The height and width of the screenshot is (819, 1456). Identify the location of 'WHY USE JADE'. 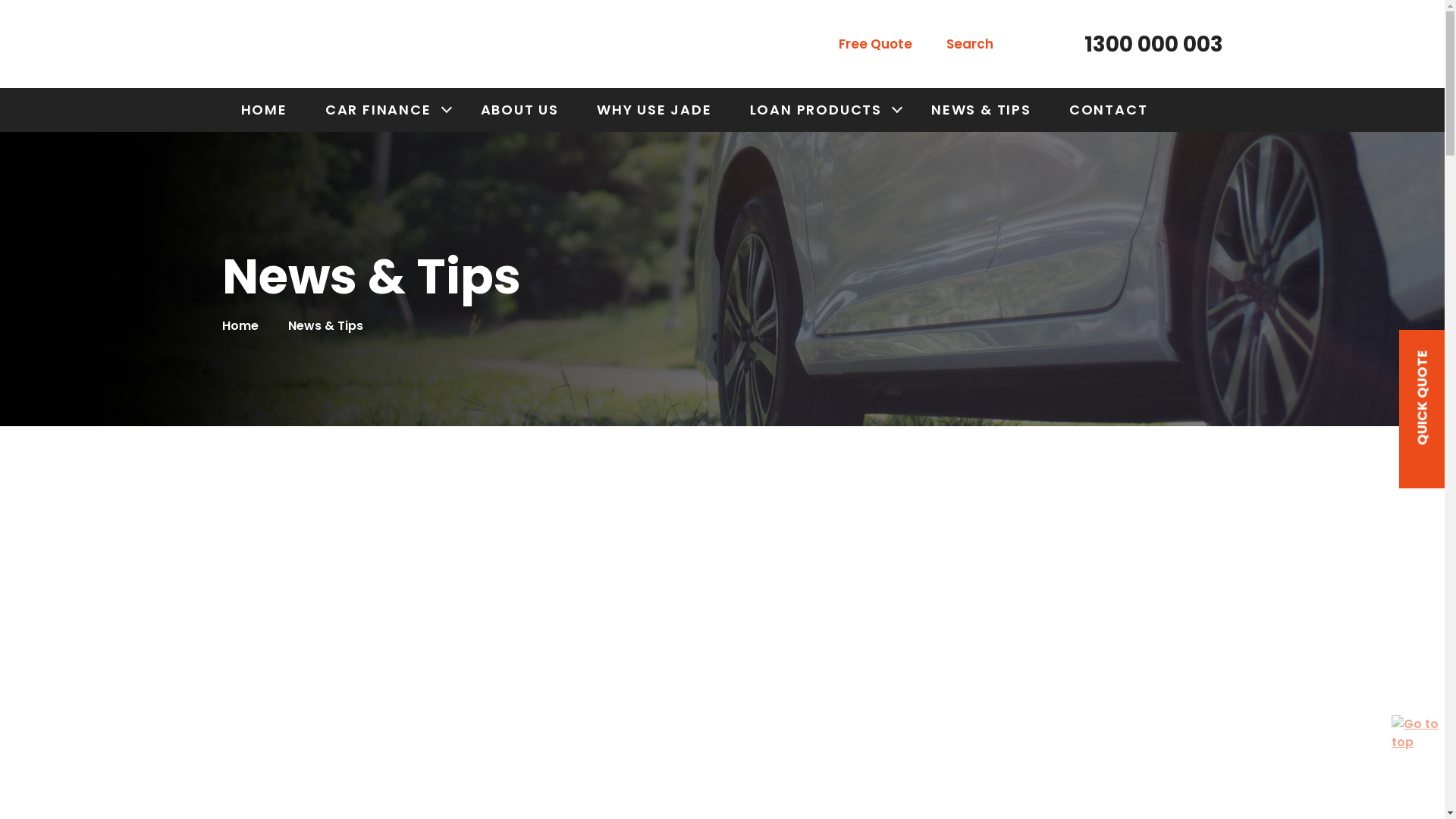
(654, 109).